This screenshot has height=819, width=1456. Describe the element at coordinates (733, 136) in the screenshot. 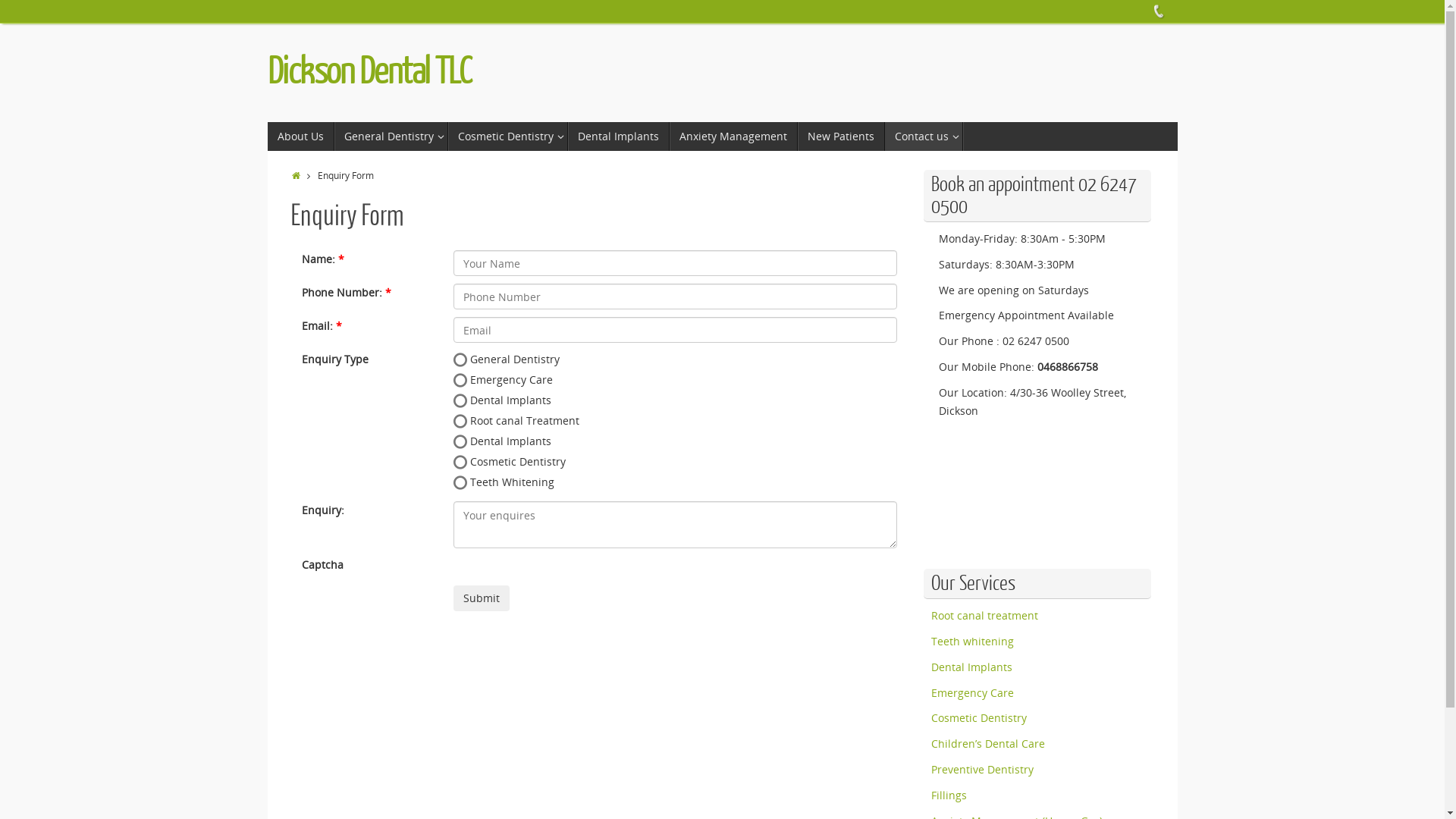

I see `'Anxiety Management'` at that location.